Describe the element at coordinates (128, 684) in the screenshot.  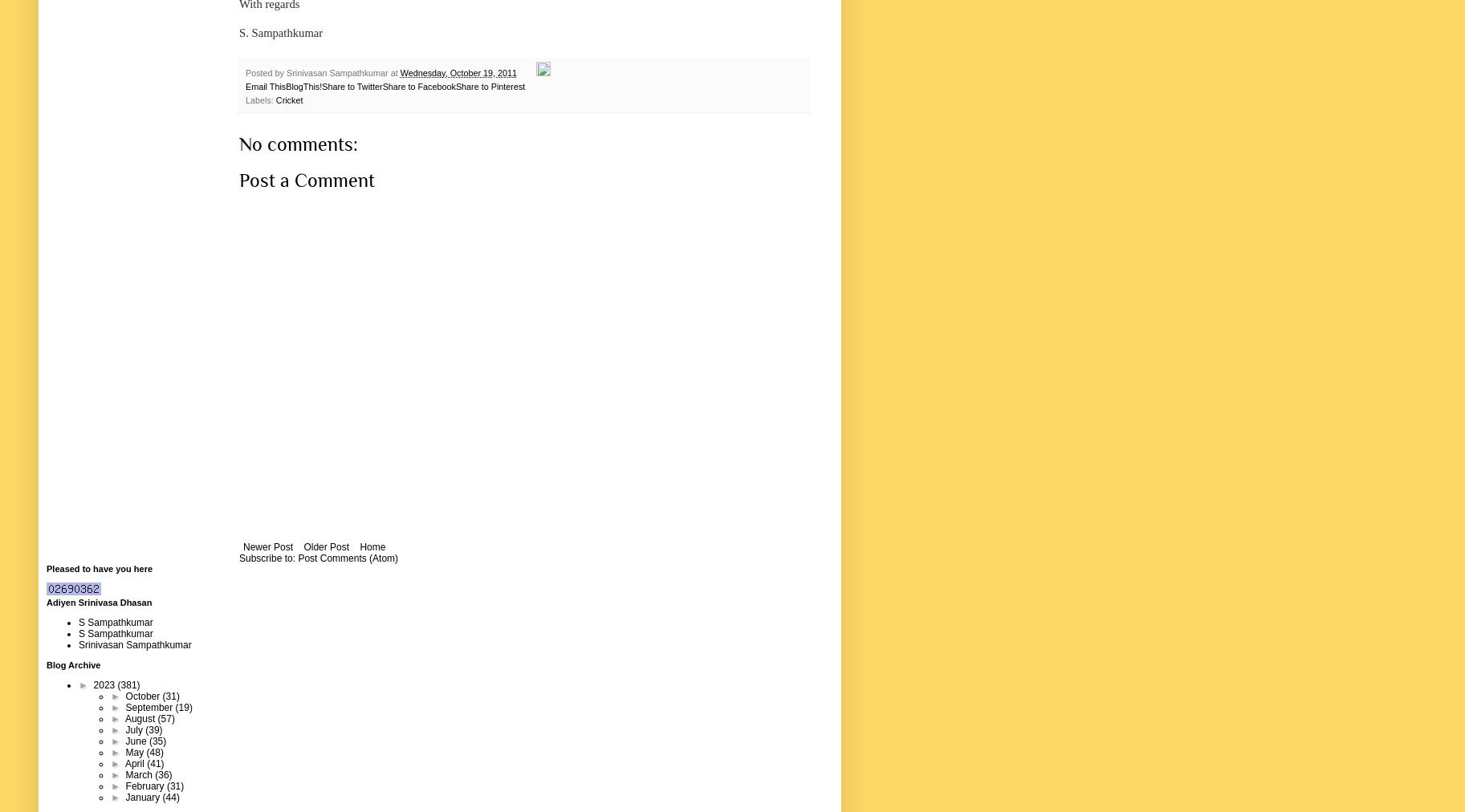
I see `'(381)'` at that location.